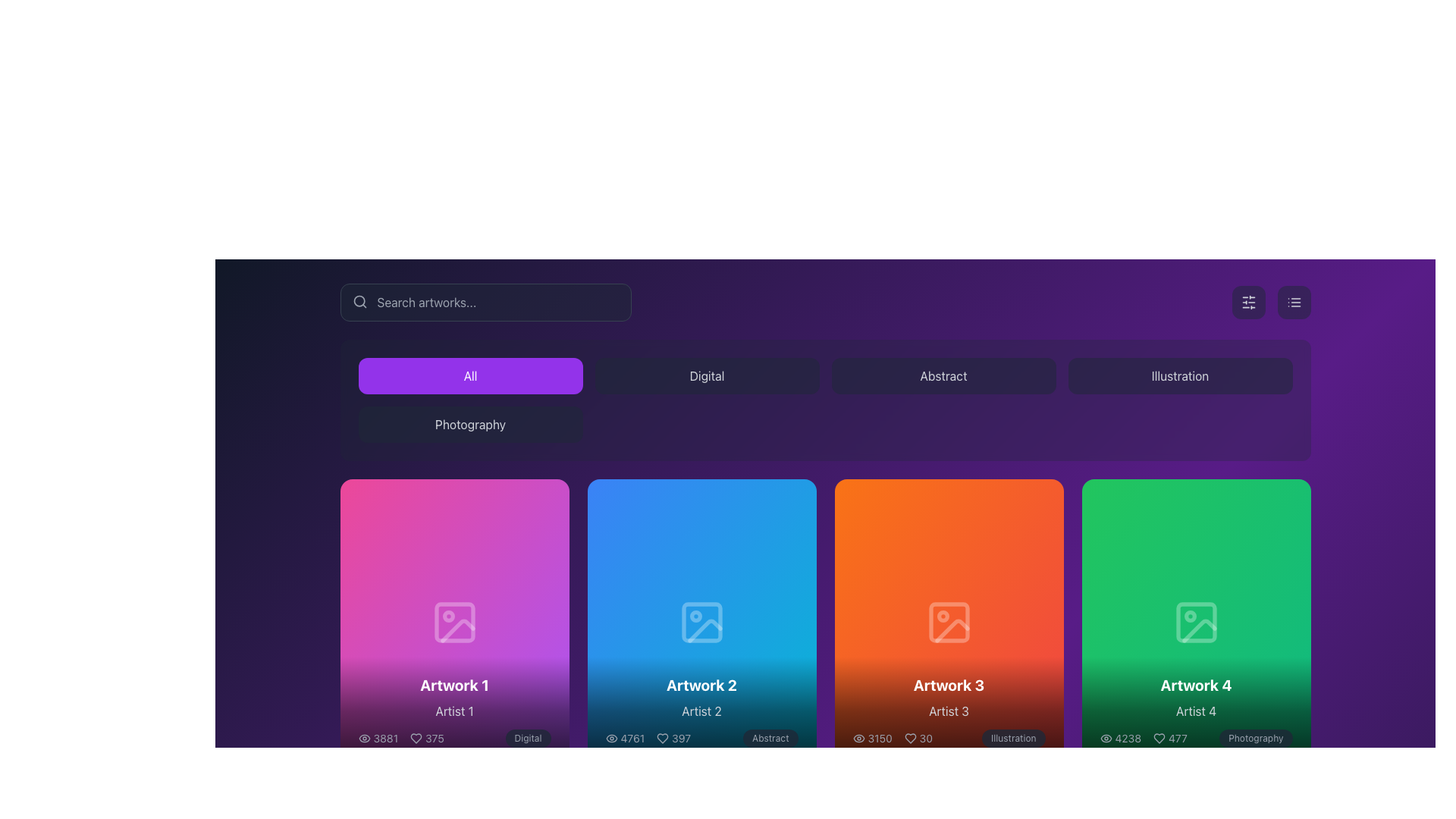 This screenshot has height=819, width=1456. Describe the element at coordinates (701, 685) in the screenshot. I see `bold white text element labeled 'Artwork 2', which is prominently displayed in a large font size within the second card of a horizontally aligned grid` at that location.